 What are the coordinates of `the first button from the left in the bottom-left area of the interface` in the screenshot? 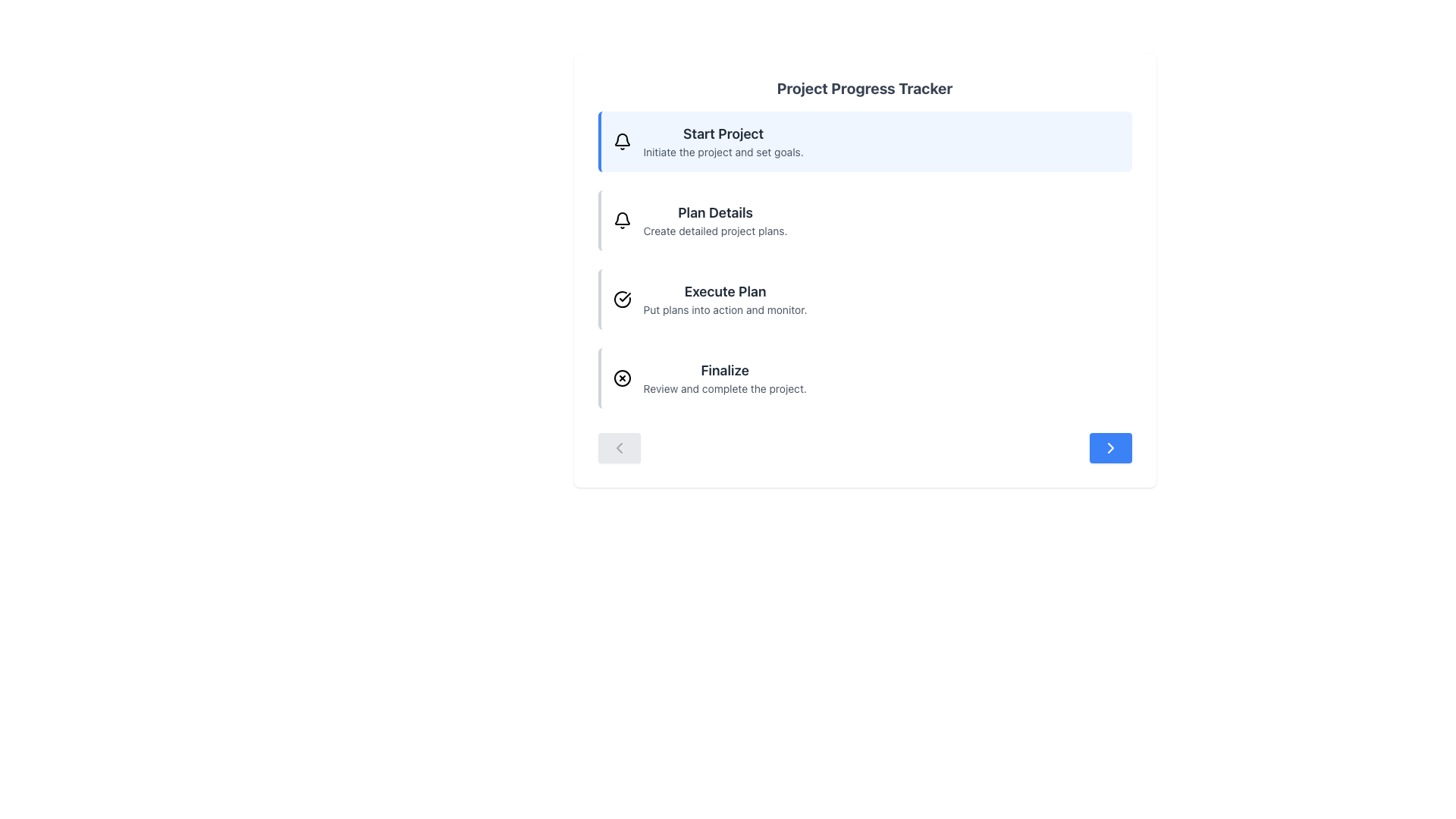 It's located at (619, 447).